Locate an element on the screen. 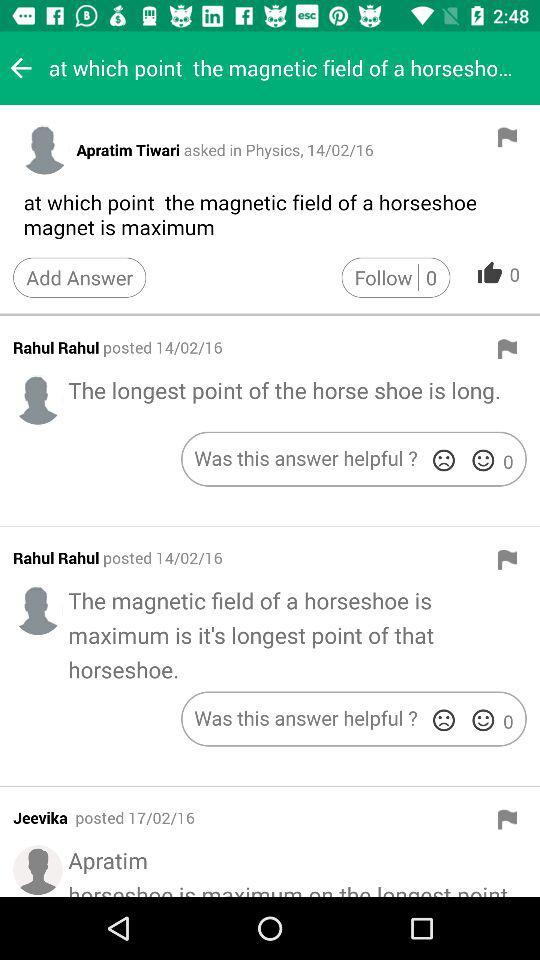  report post is located at coordinates (507, 559).